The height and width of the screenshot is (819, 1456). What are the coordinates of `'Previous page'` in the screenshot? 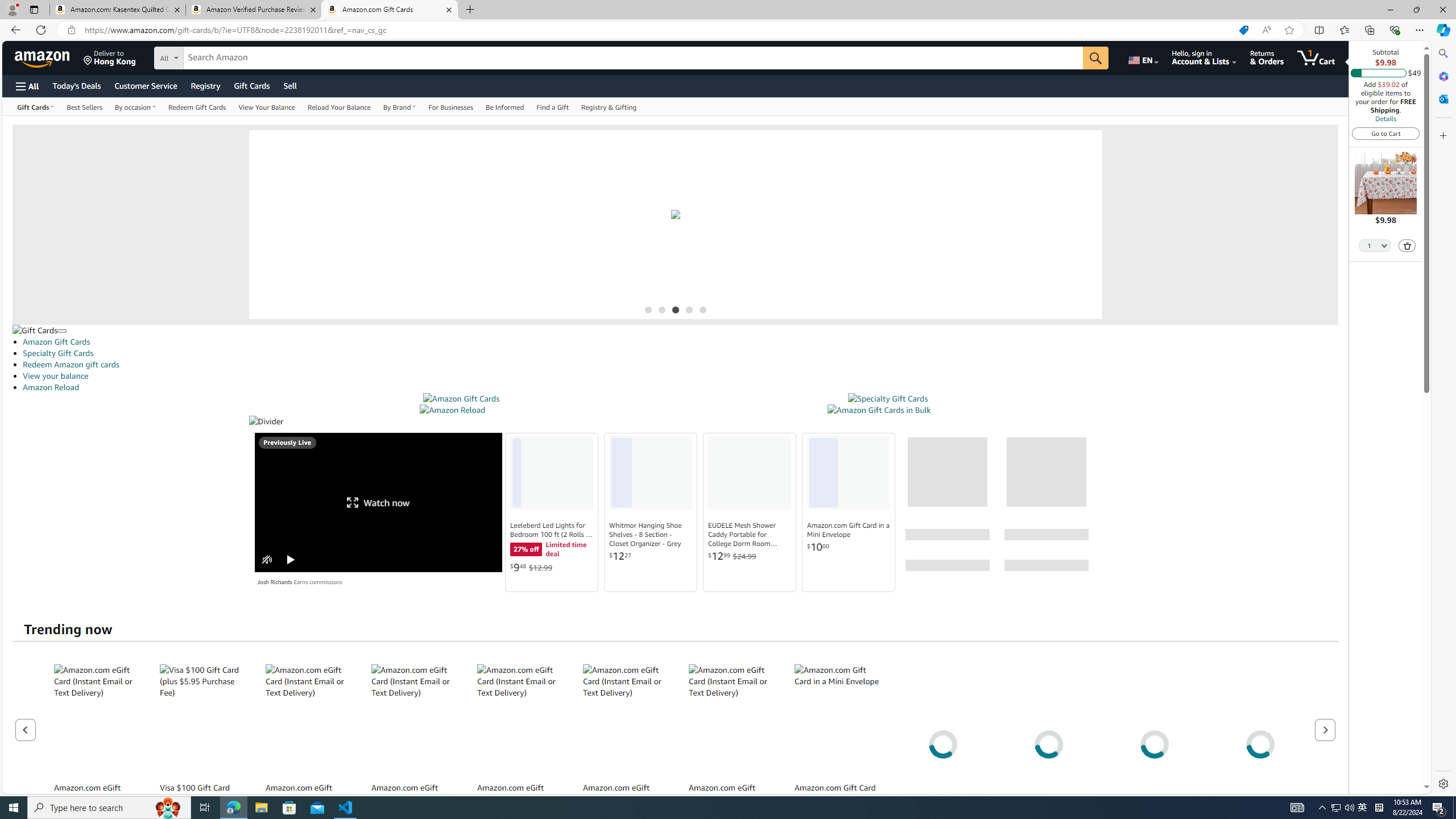 It's located at (26, 729).